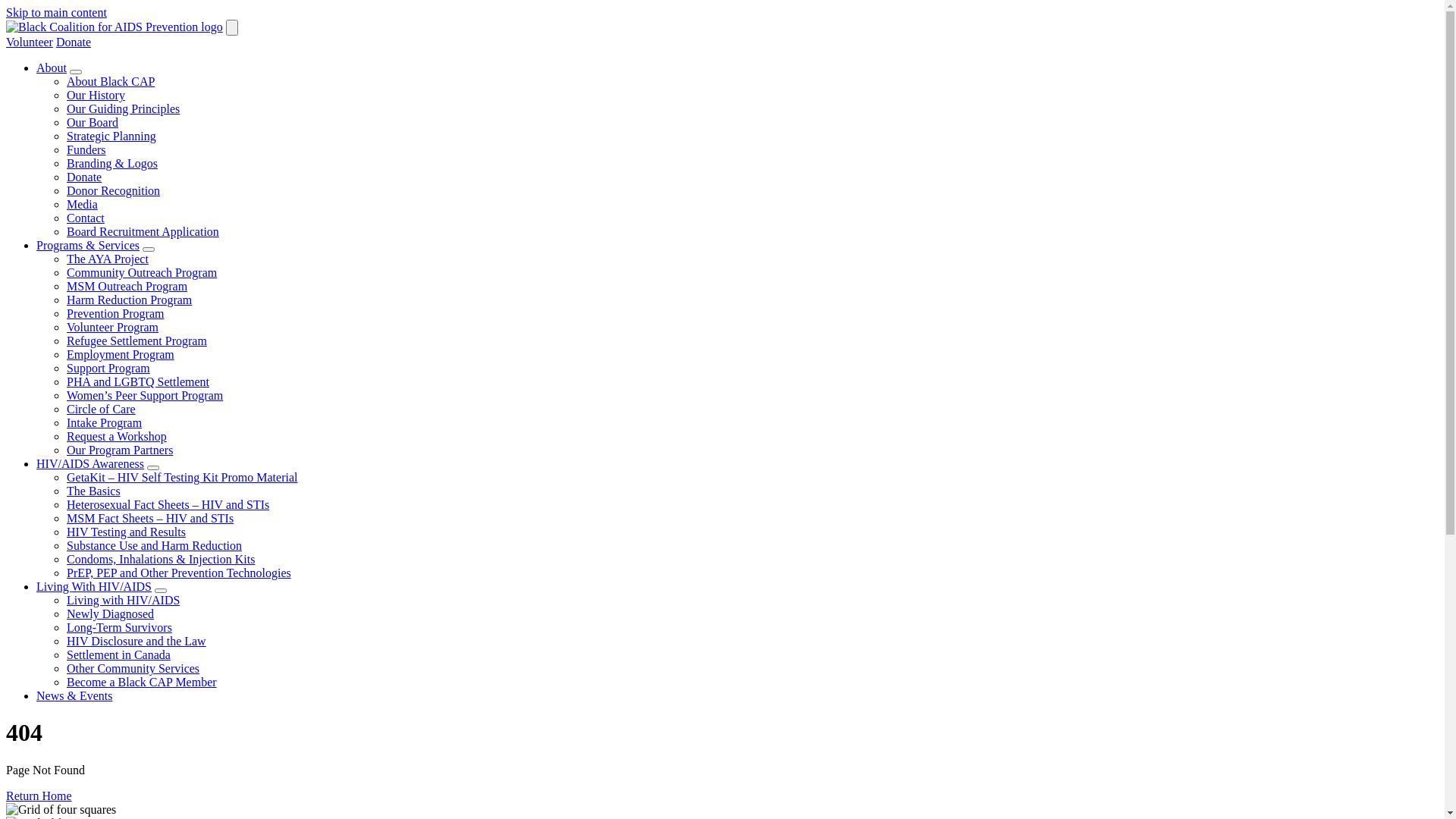 The height and width of the screenshot is (819, 1456). I want to click on 'About', so click(36, 67).